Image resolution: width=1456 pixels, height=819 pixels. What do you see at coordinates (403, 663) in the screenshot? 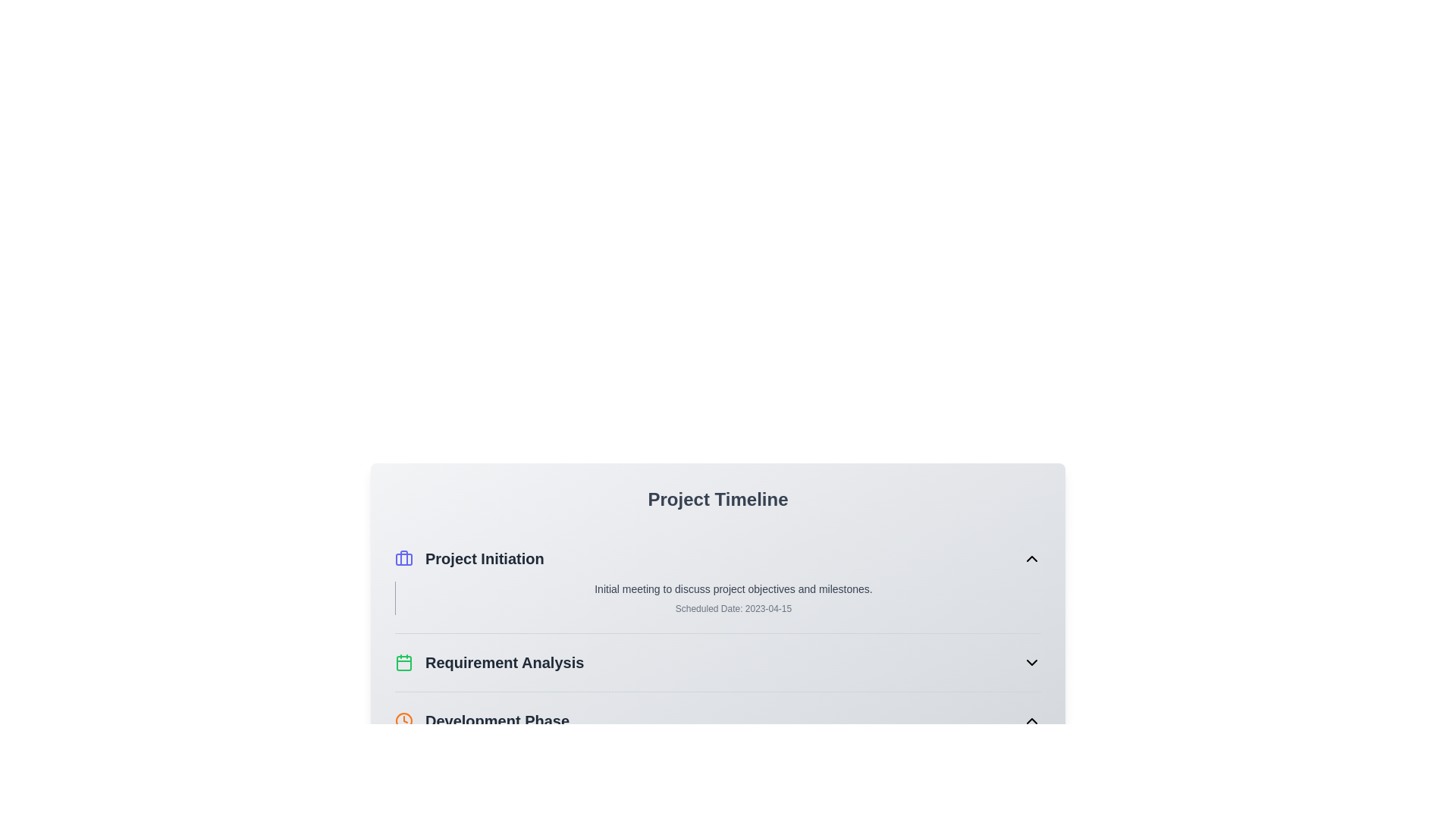
I see `the third graphical component of the calendar icon, which is a rounded rectangle representing part of the calendar structure` at bounding box center [403, 663].